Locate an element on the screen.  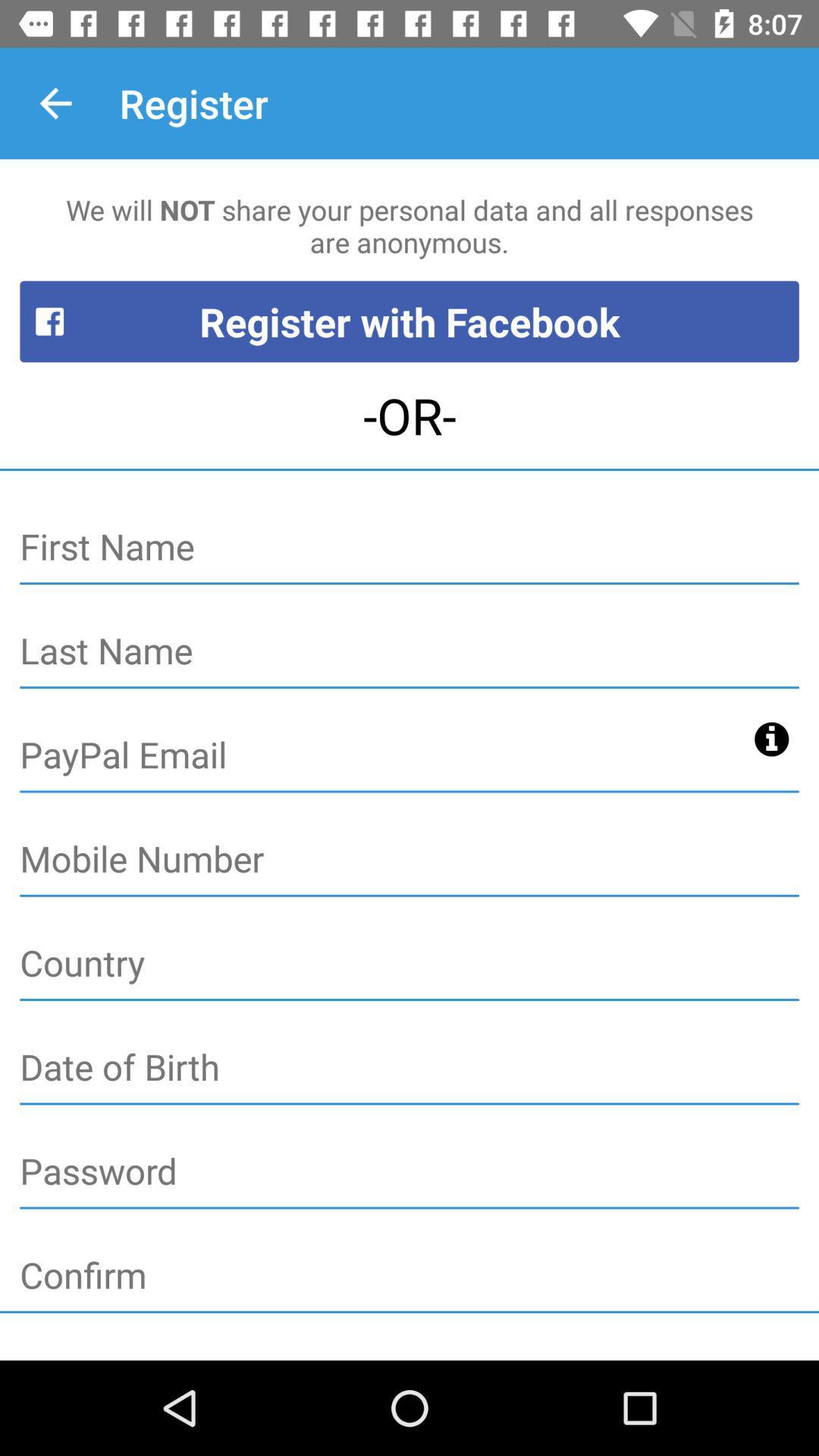
icon above -or- icon is located at coordinates (409, 321).